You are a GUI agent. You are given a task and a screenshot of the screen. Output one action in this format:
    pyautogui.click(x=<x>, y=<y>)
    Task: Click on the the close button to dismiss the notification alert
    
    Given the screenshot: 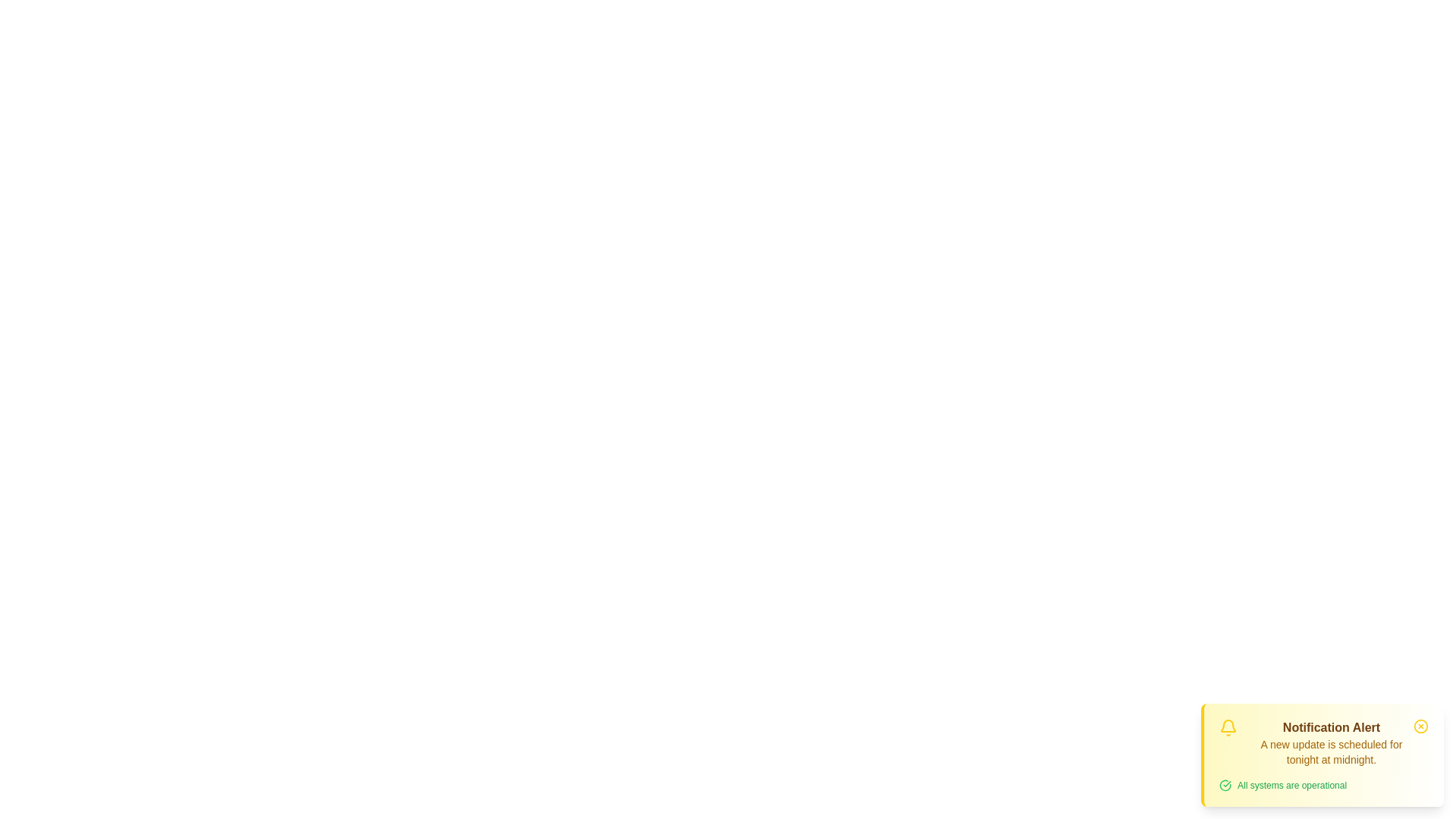 What is the action you would take?
    pyautogui.click(x=1420, y=725)
    